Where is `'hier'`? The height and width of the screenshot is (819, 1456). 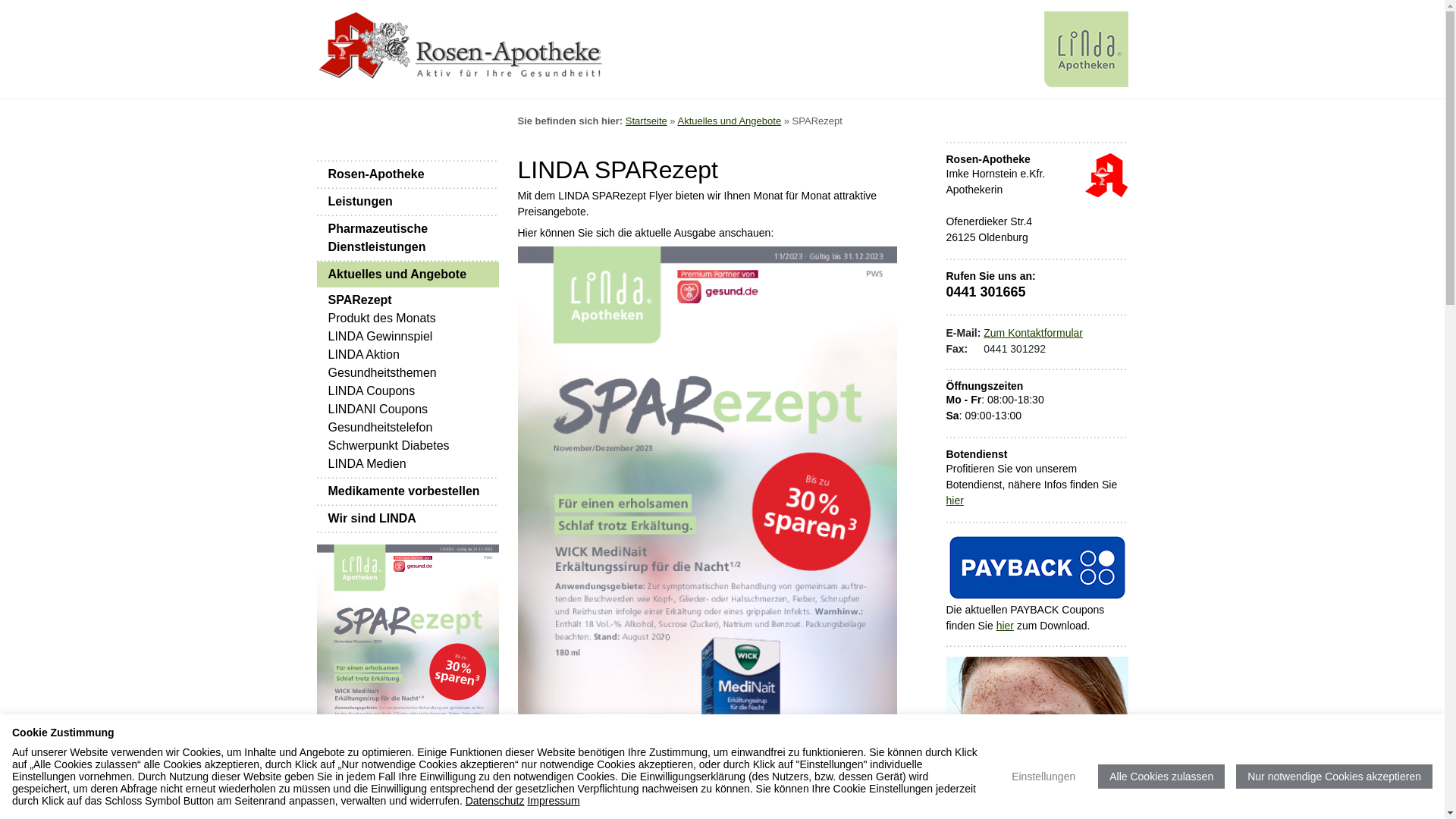
'hier' is located at coordinates (954, 500).